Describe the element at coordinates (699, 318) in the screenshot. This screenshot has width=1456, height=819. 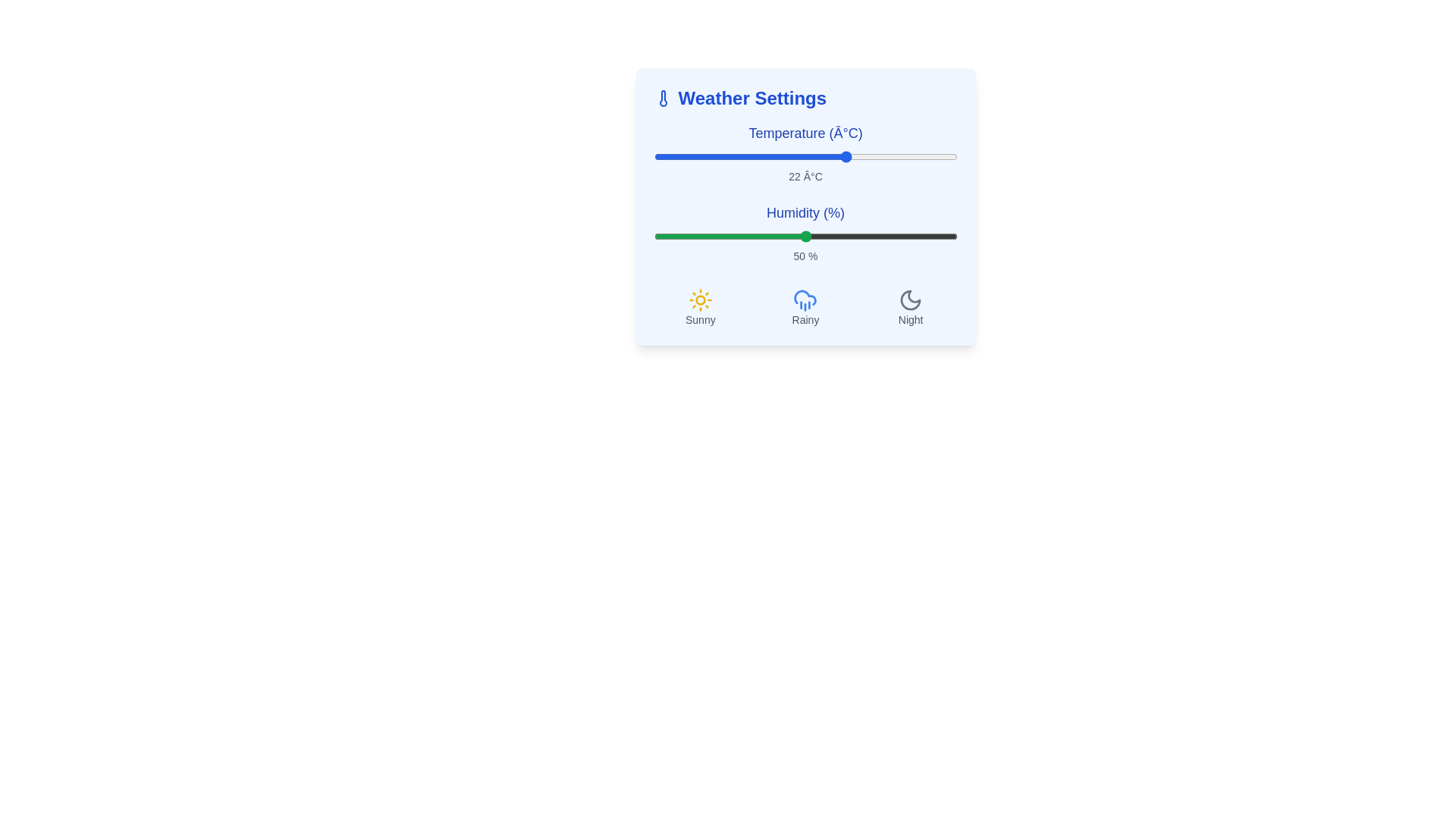
I see `the static text label displaying the word 'Sunny', which is styled with a small-sized font and a light gray color, located beneath a yellow sun icon in the weather section` at that location.